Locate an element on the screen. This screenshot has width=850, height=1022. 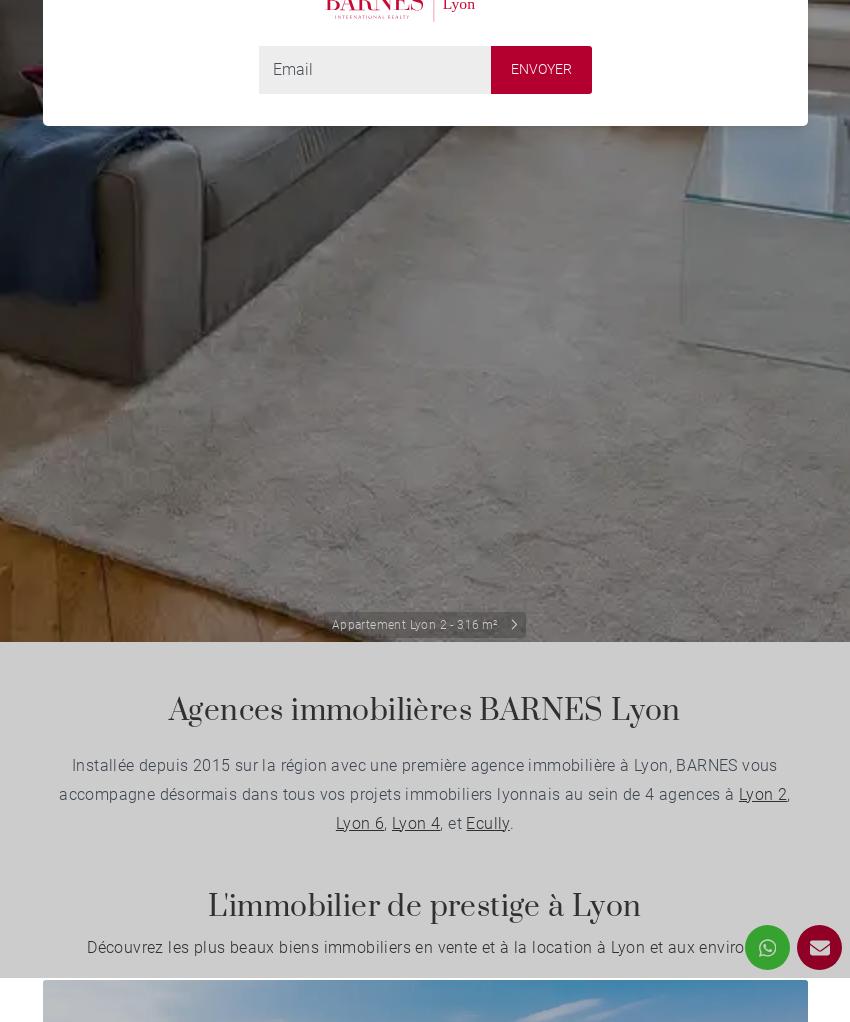
'Lyon 4' is located at coordinates (415, 821).